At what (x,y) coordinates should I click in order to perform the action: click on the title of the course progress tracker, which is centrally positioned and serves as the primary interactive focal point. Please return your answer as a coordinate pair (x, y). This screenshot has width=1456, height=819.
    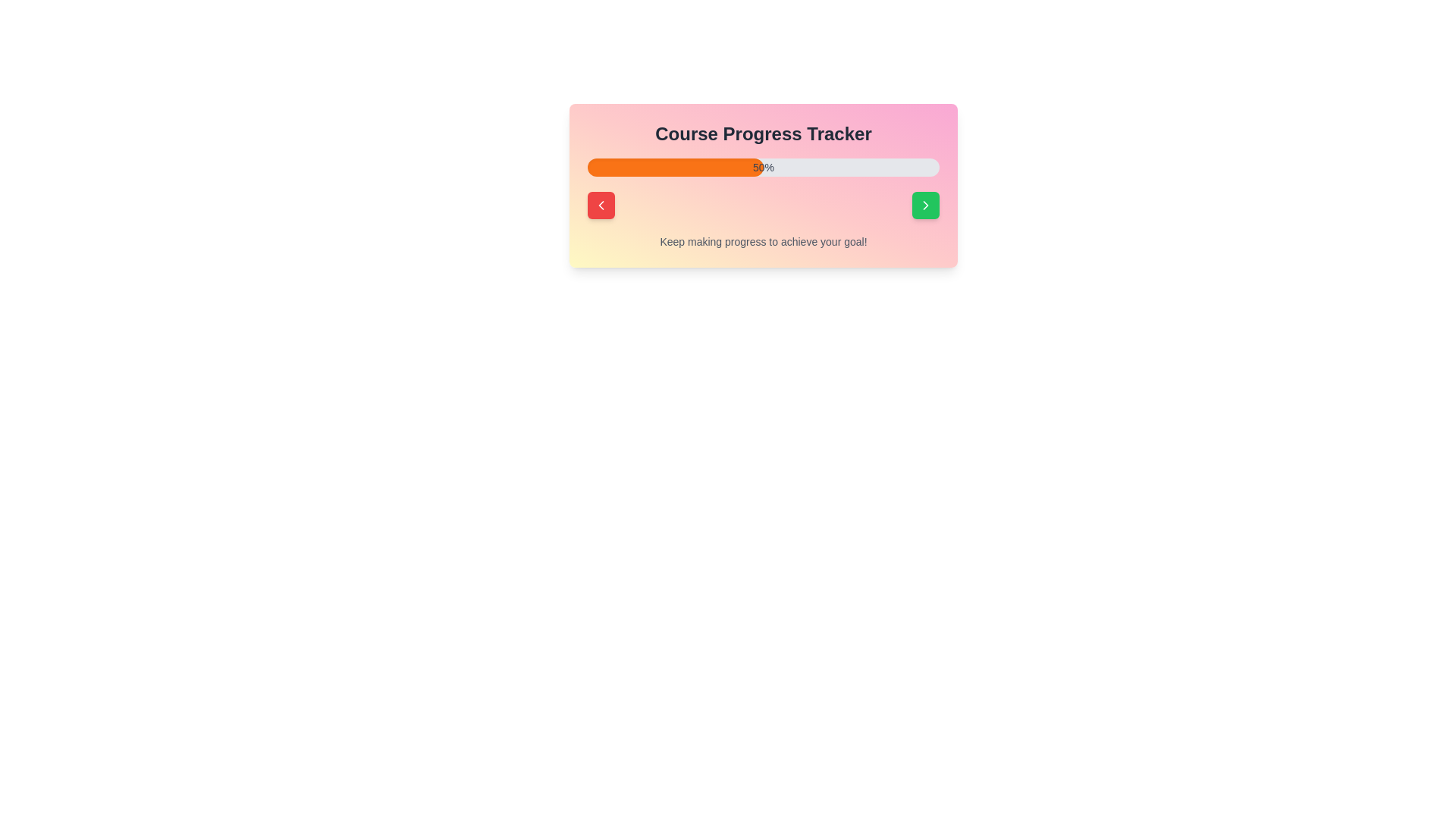
    Looking at the image, I should click on (764, 185).